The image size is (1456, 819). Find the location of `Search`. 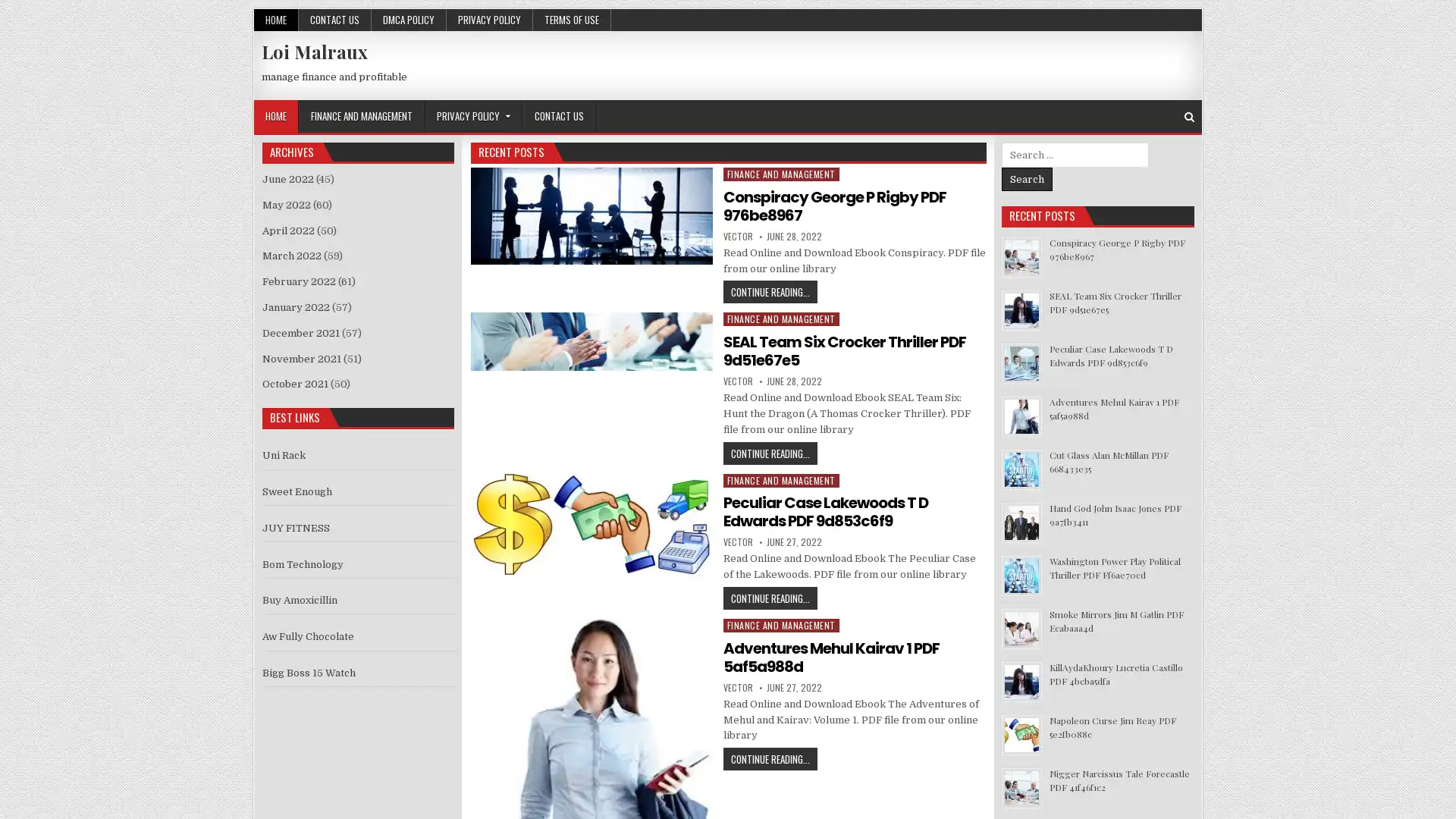

Search is located at coordinates (1027, 178).